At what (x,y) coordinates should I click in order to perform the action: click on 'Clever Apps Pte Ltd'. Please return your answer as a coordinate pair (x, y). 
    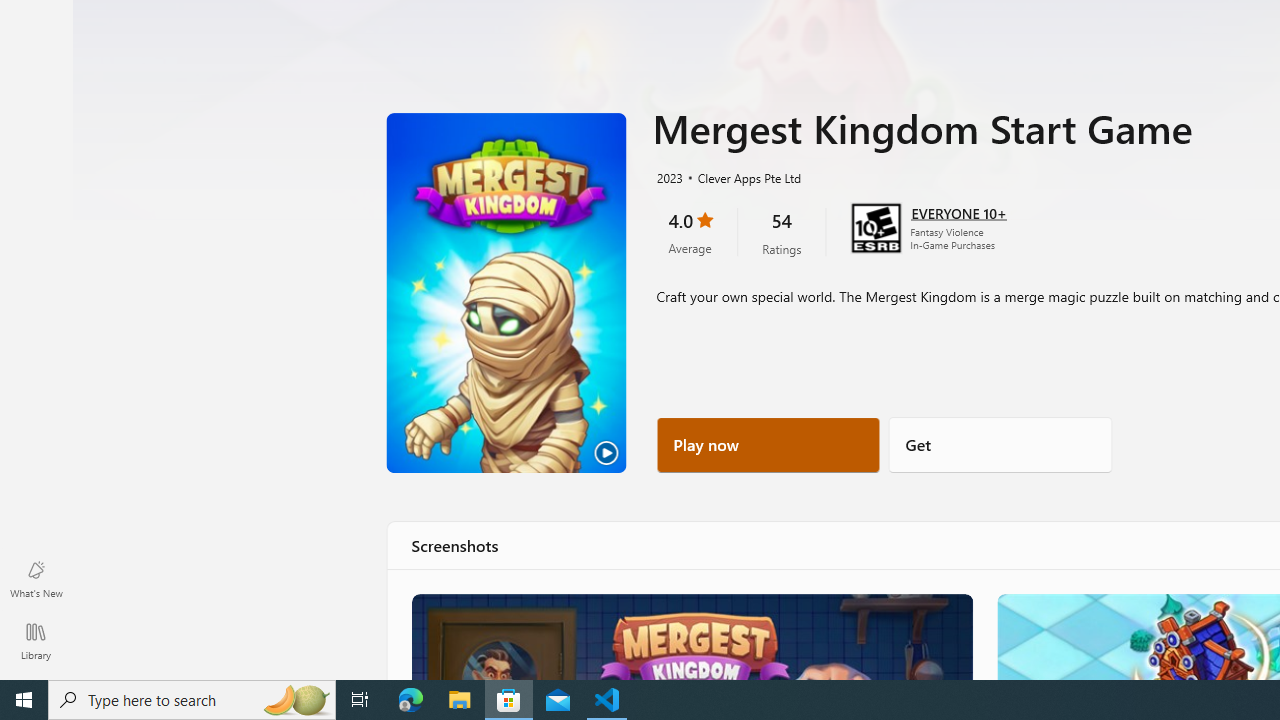
    Looking at the image, I should click on (740, 176).